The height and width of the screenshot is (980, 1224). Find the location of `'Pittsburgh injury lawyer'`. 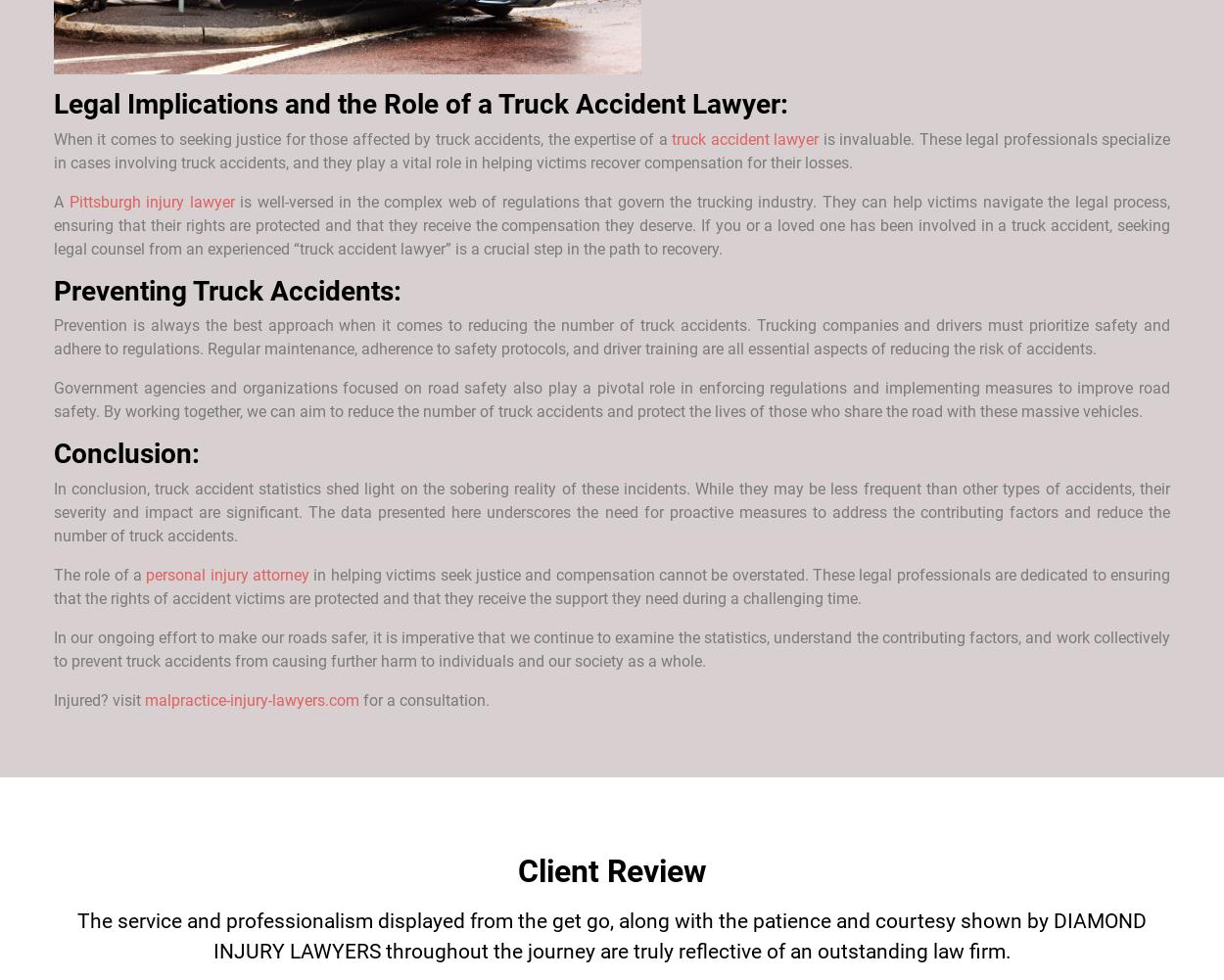

'Pittsburgh injury lawyer' is located at coordinates (151, 201).